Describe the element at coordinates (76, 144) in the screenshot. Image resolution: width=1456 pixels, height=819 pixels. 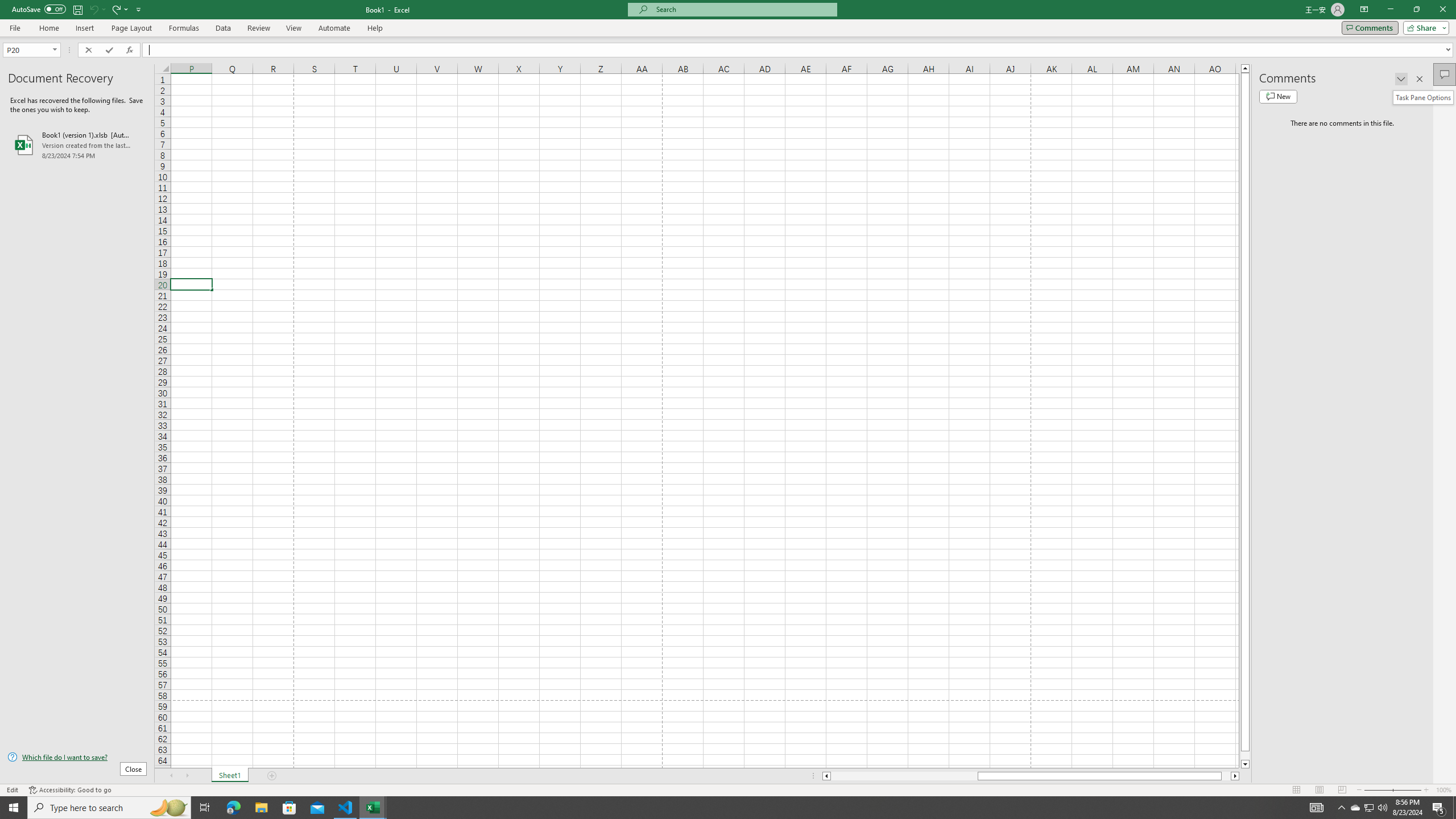
I see `'Book1 (version 1).xlsb  [AutoRecovered]'` at that location.